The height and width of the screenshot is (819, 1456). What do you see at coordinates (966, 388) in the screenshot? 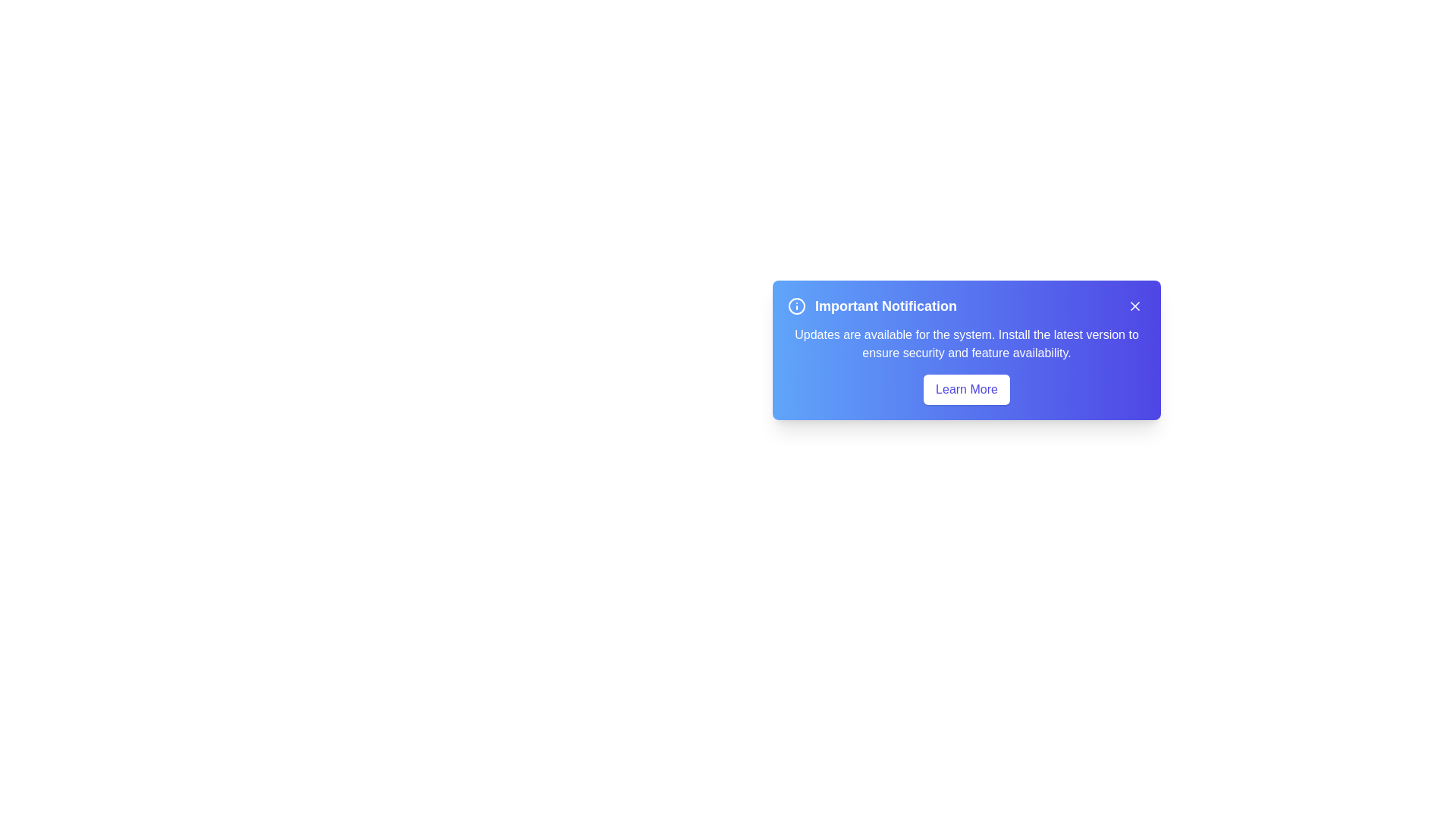
I see `the 'Learn More' button to navigate to the updates page` at bounding box center [966, 388].